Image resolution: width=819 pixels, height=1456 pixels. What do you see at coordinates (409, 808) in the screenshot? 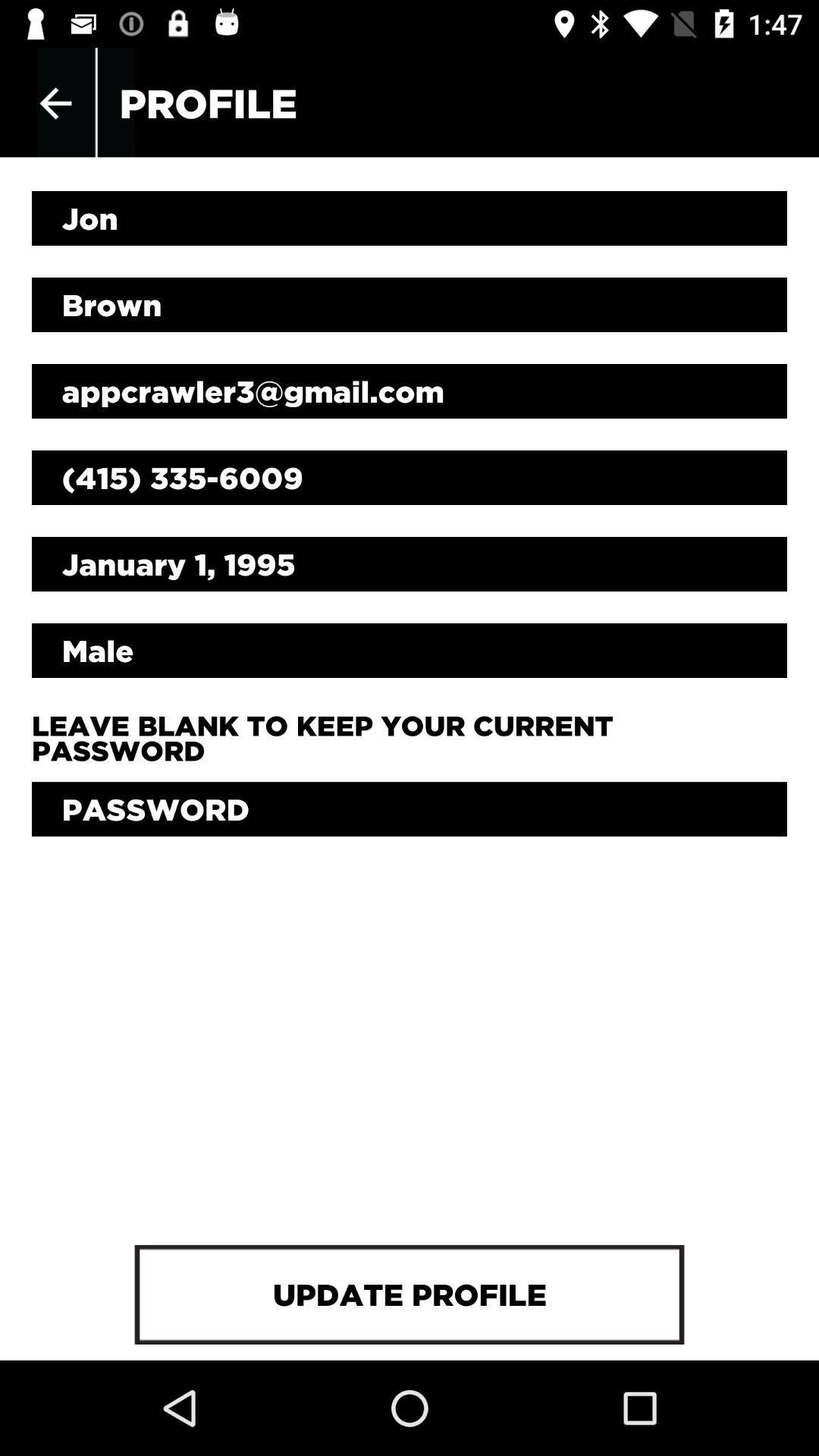
I see `the icon below the leave blank to icon` at bounding box center [409, 808].